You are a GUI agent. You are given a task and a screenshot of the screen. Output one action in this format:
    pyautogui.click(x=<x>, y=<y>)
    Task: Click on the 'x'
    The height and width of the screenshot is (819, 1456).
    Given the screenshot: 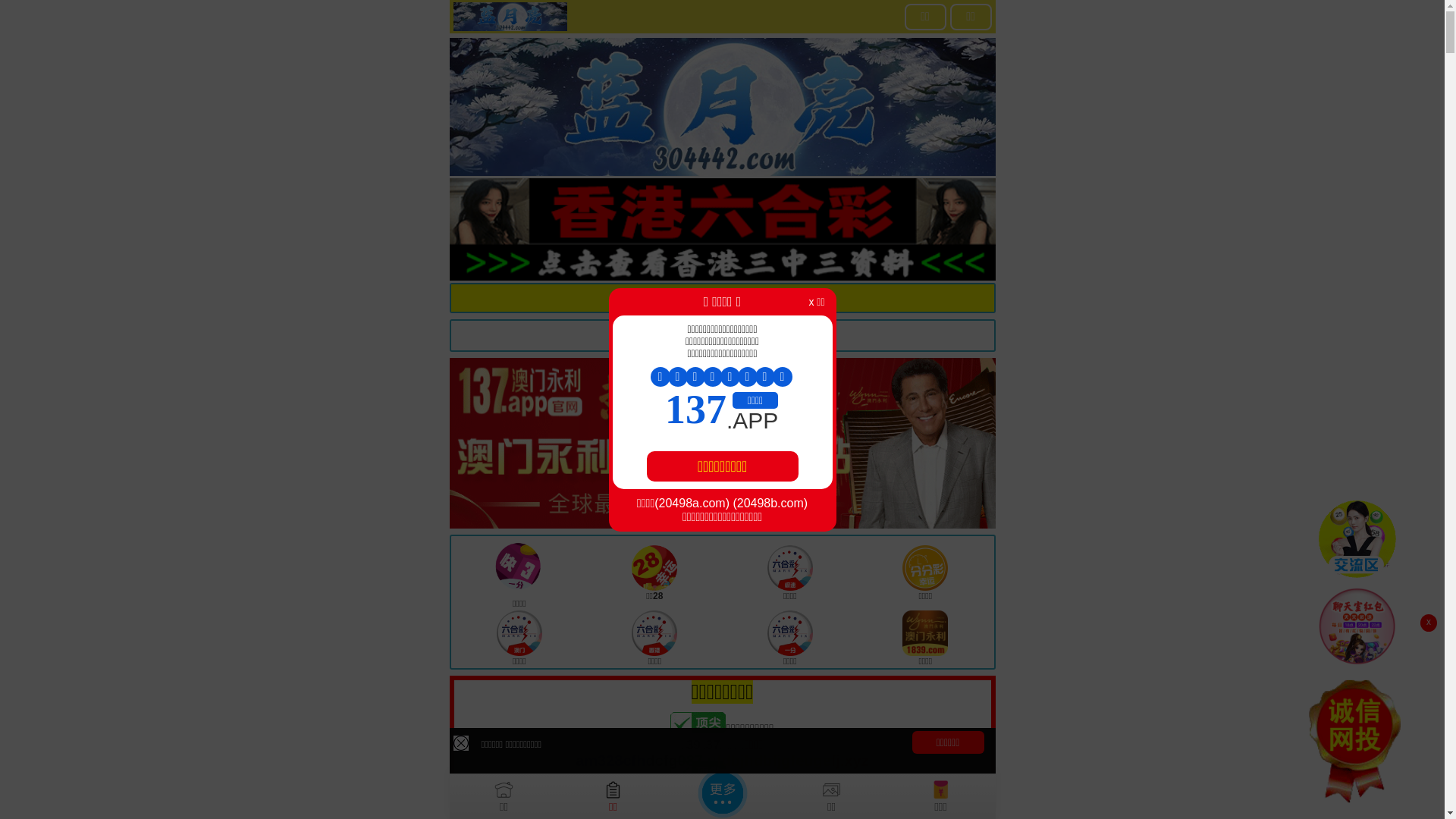 What is the action you would take?
    pyautogui.click(x=1427, y=623)
    